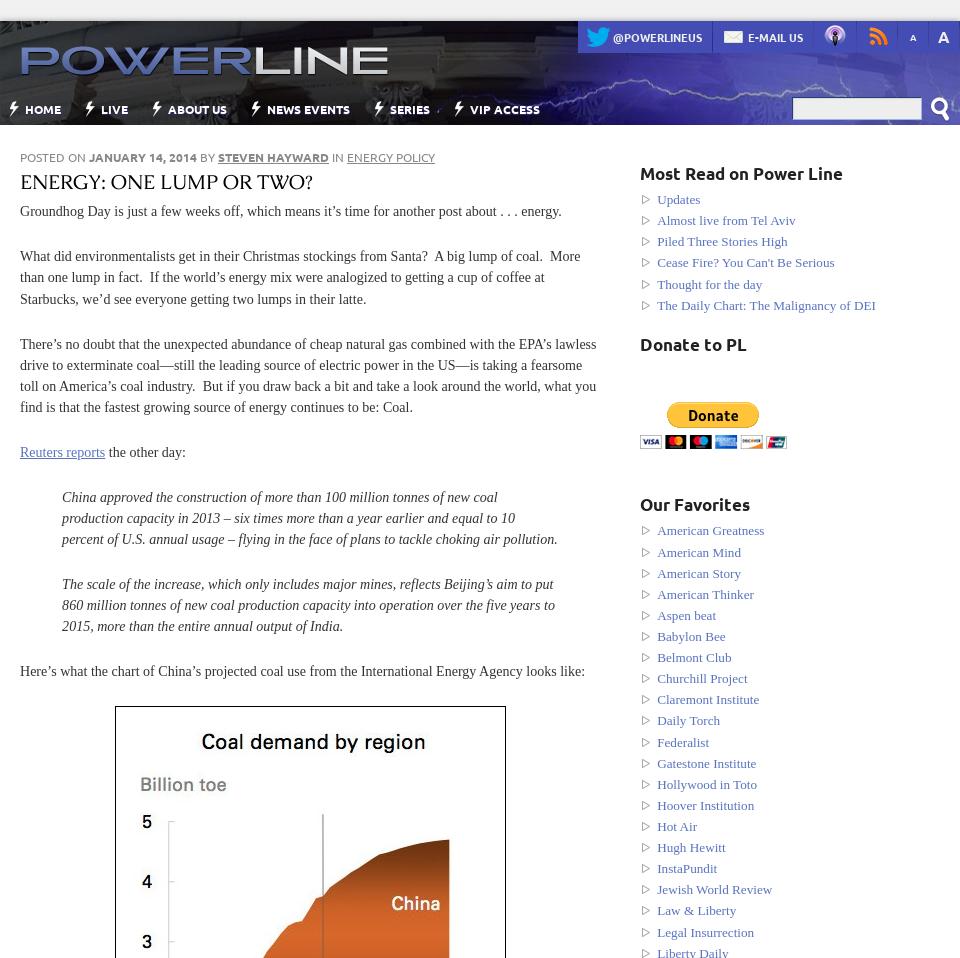 The image size is (960, 958). I want to click on 'Claremont Institute', so click(708, 698).